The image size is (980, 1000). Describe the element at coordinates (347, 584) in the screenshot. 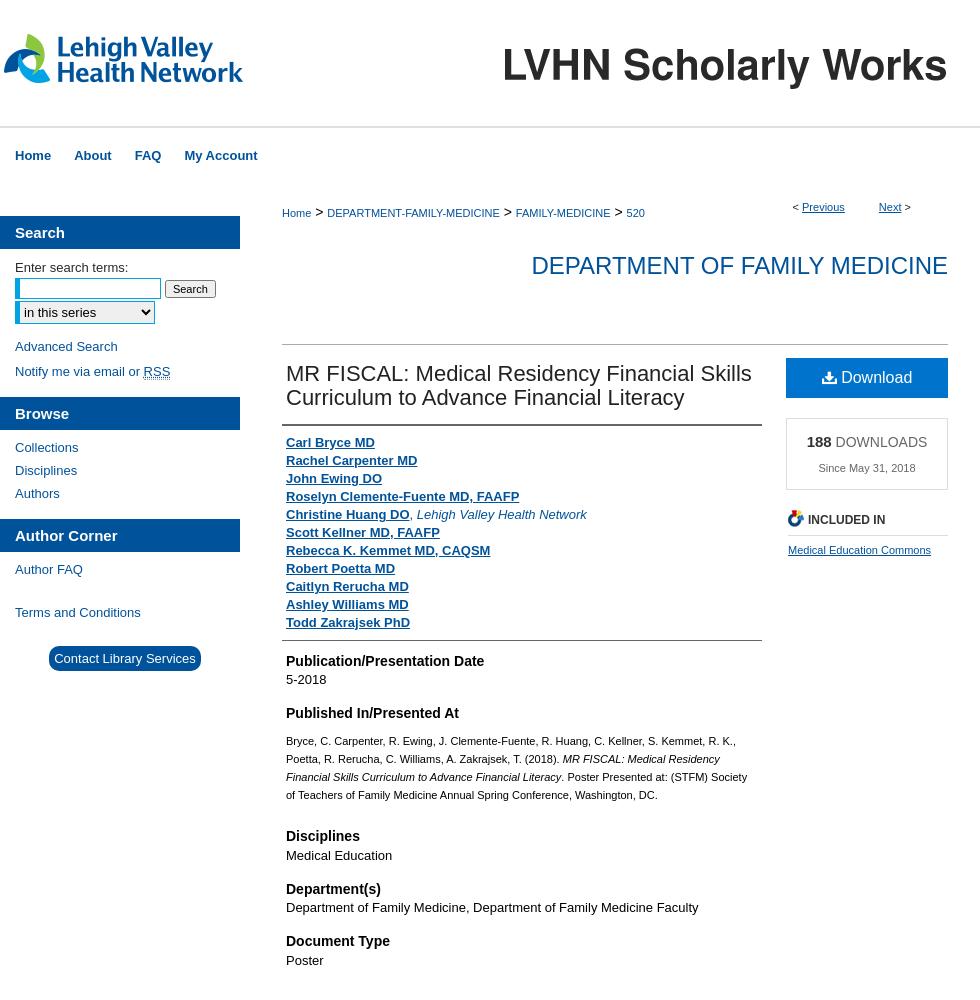

I see `'Caitlyn Rerucha MD'` at that location.